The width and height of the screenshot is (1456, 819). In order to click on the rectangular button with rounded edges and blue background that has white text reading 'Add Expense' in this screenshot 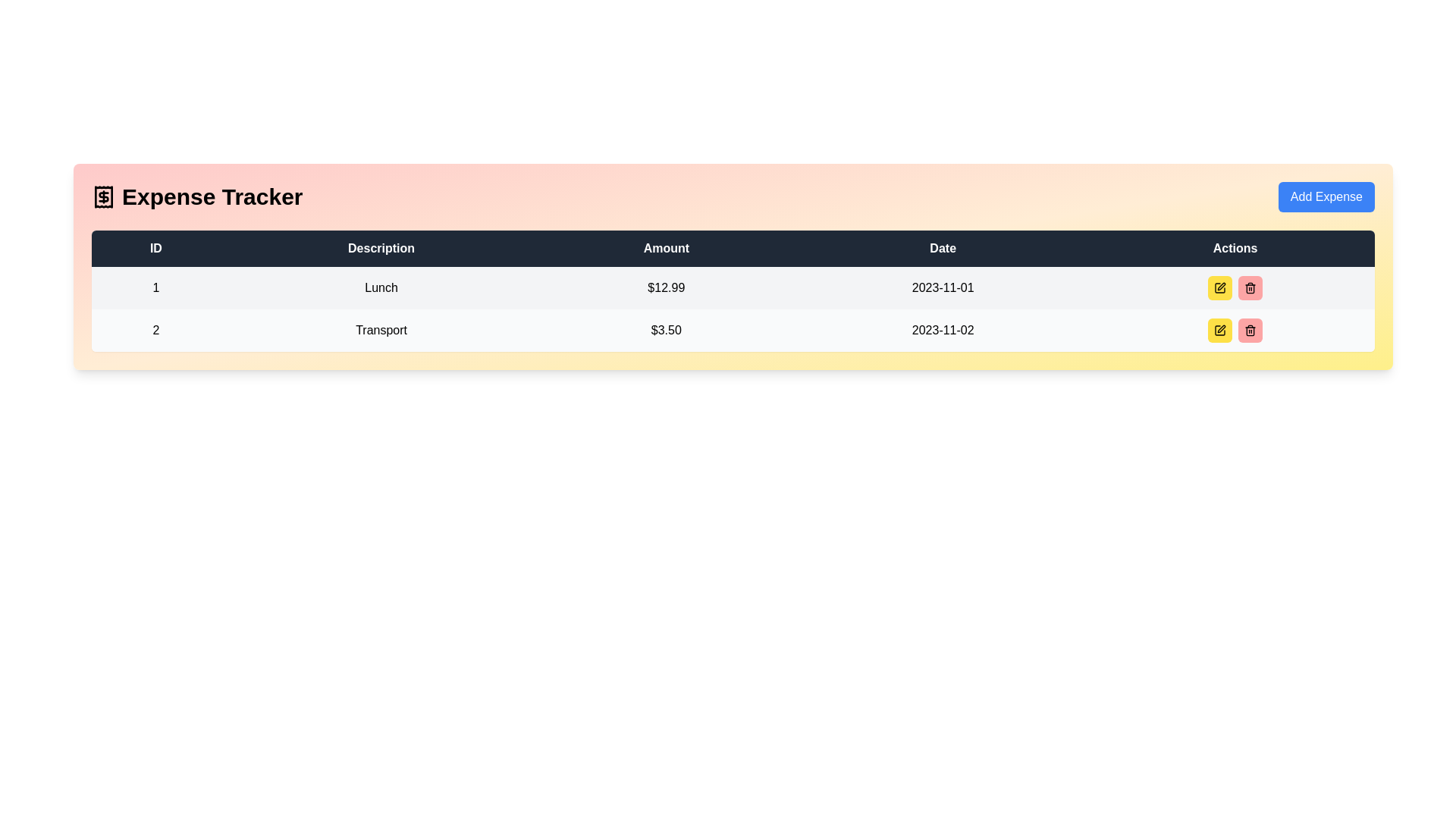, I will do `click(1326, 196)`.